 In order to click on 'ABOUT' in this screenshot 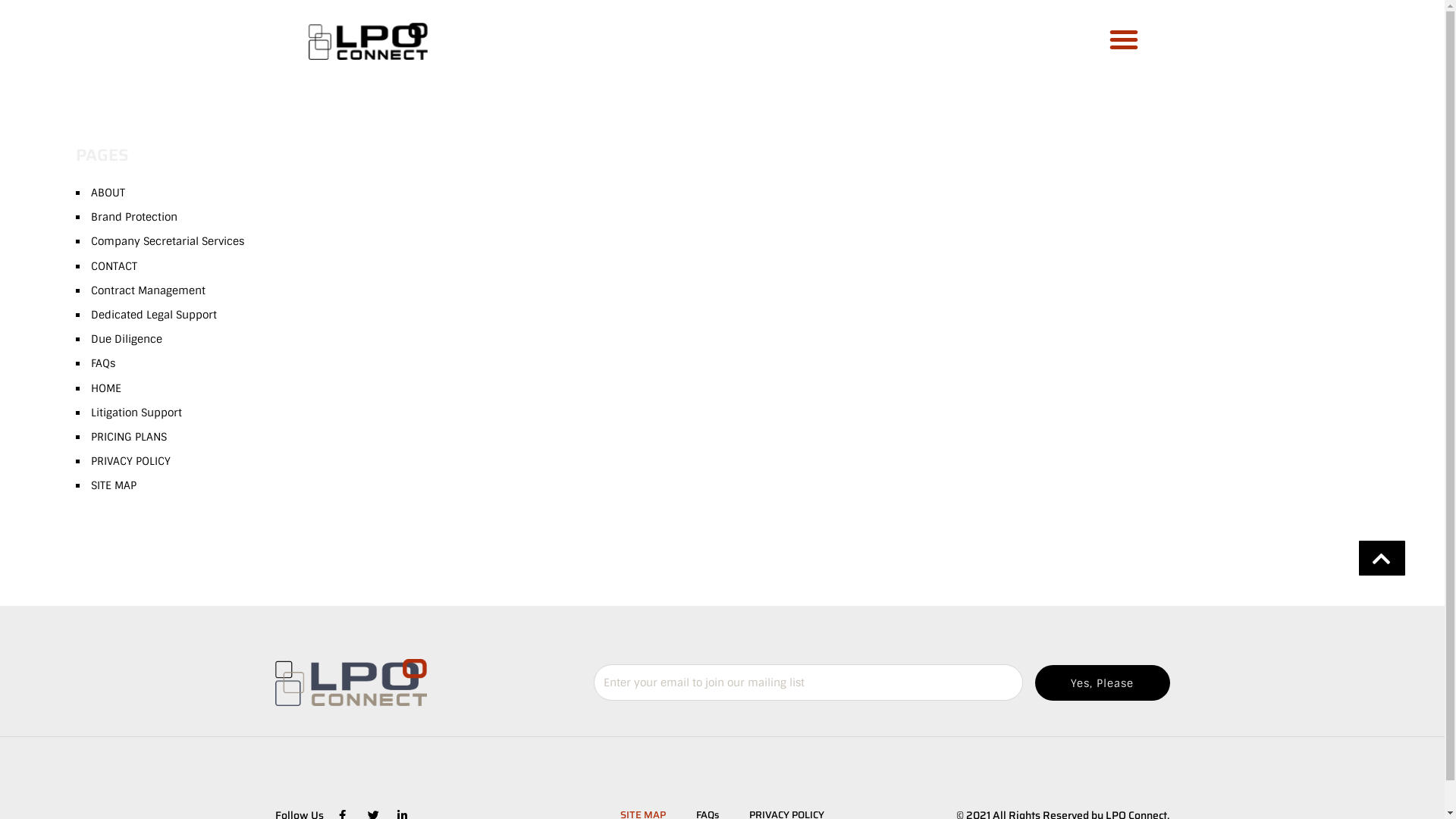, I will do `click(107, 192)`.